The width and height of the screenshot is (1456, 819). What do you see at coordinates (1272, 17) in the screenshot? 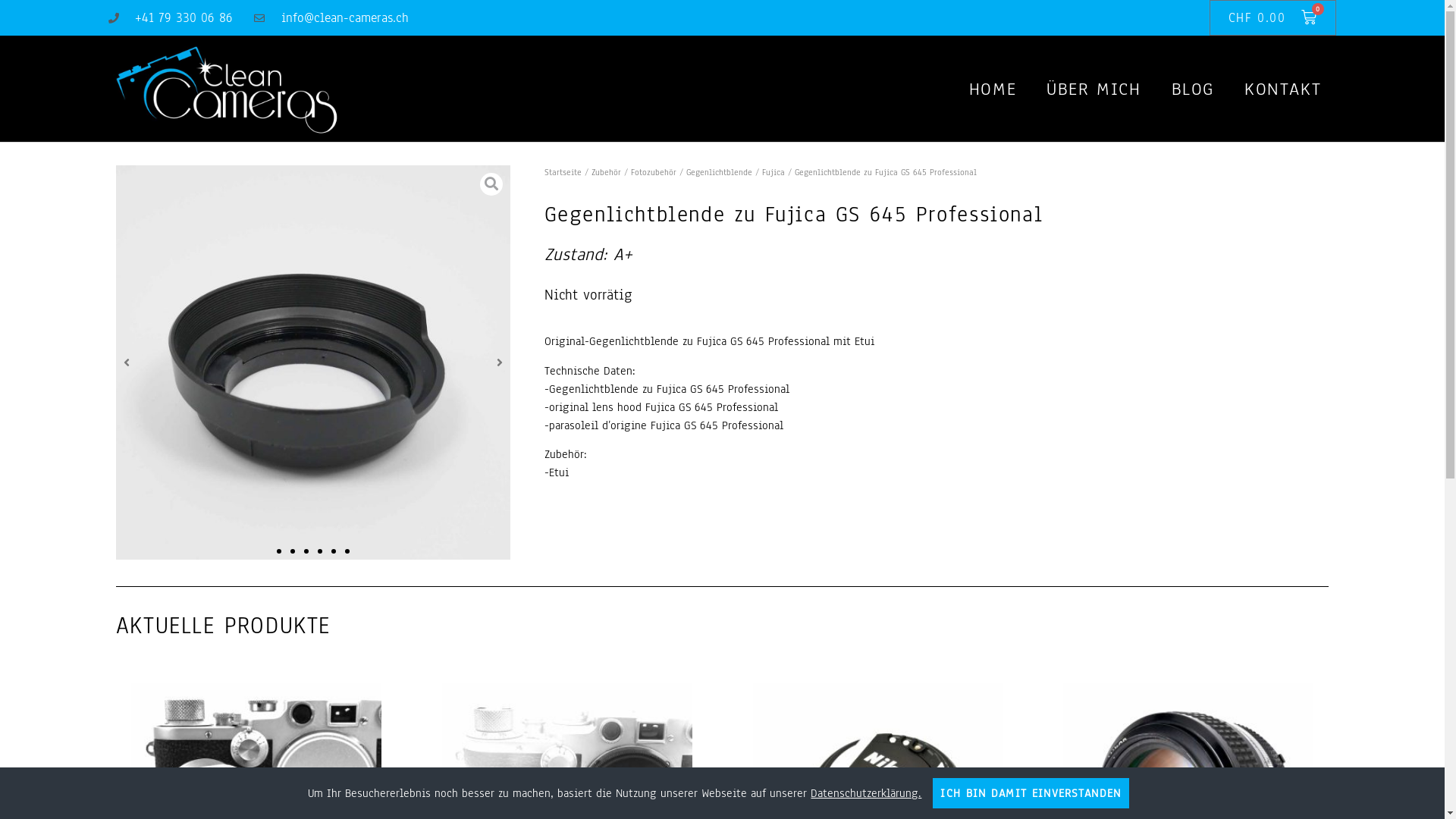
I see `'CHF 0.00` at bounding box center [1272, 17].